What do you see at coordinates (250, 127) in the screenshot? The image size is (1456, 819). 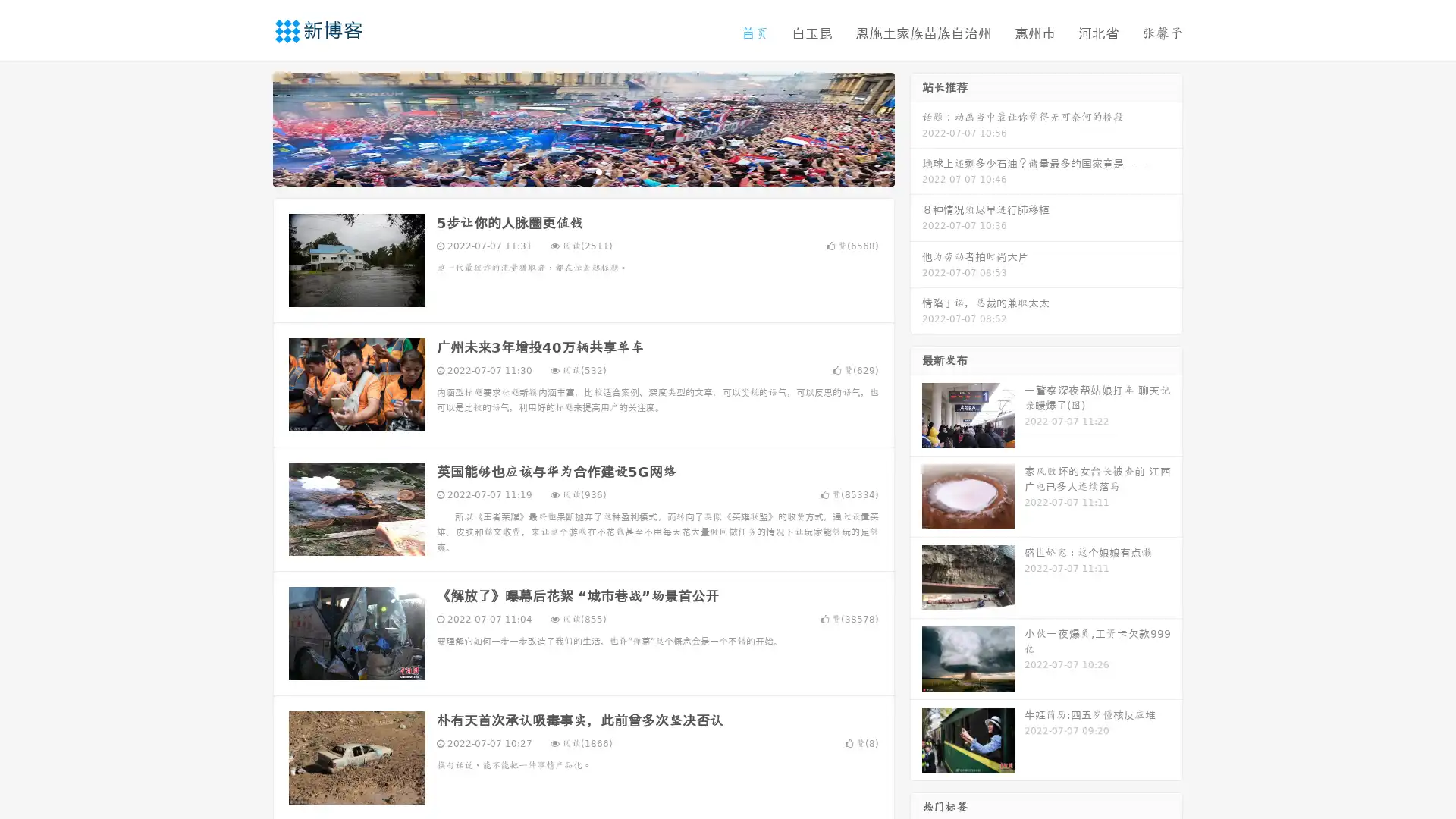 I see `Previous slide` at bounding box center [250, 127].